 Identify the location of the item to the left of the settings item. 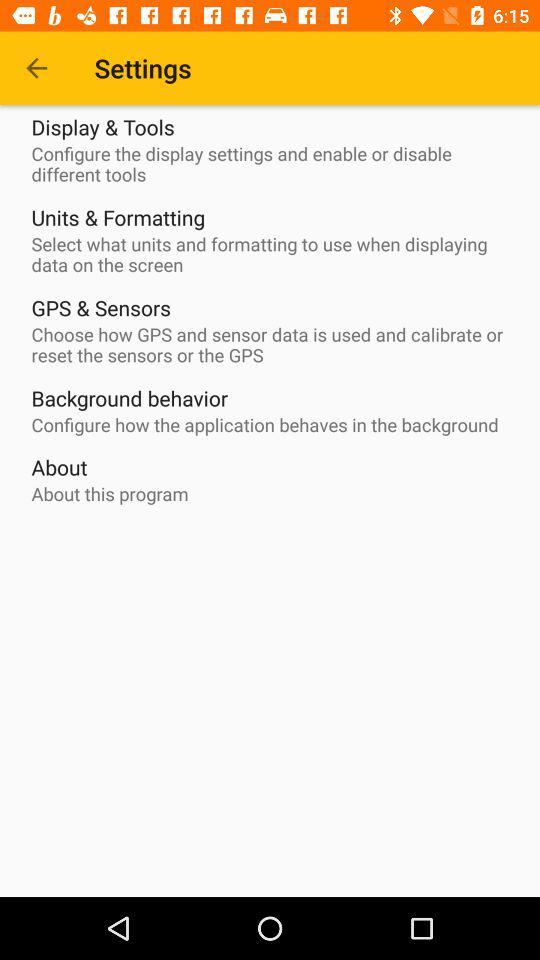
(36, 68).